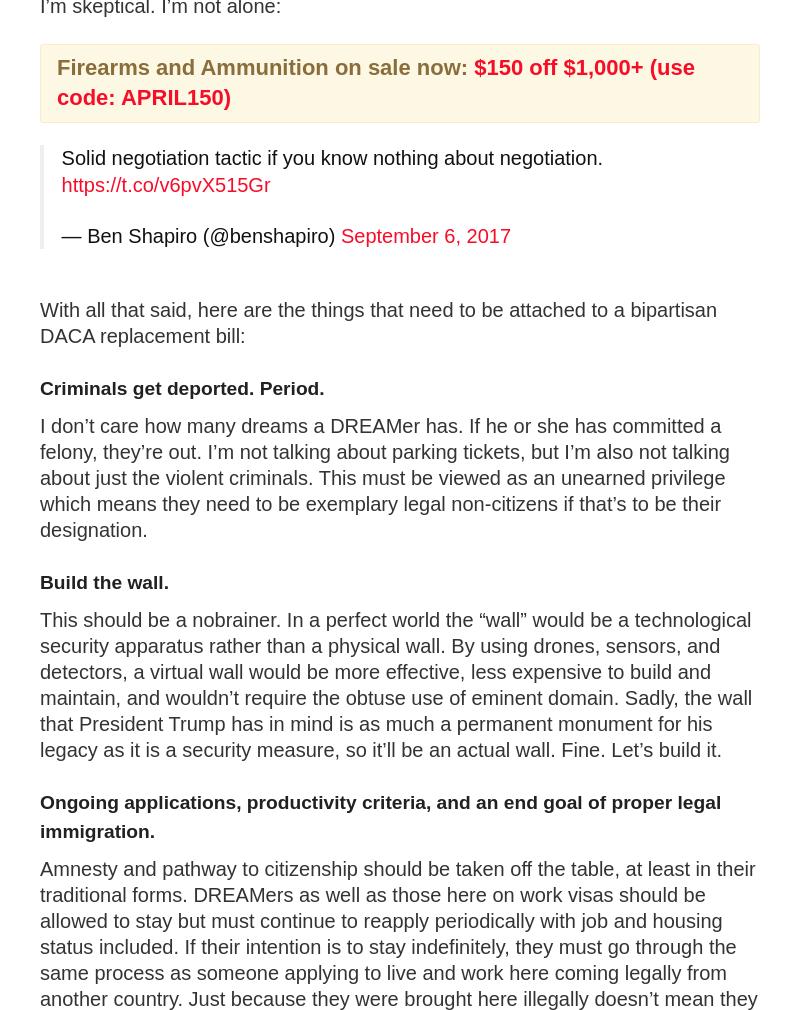 This screenshot has width=800, height=1010. Describe the element at coordinates (384, 478) in the screenshot. I see `'I don’t care how many dreams a DREAMer has. If he or she has committed a felony, they’re out. I’m not talking about parking tickets, but I’m also not talking about just the violent criminals. This must be viewed as an unearned privilege which means they need to be exemplary legal non-citizens if that’s to be their designation.'` at that location.